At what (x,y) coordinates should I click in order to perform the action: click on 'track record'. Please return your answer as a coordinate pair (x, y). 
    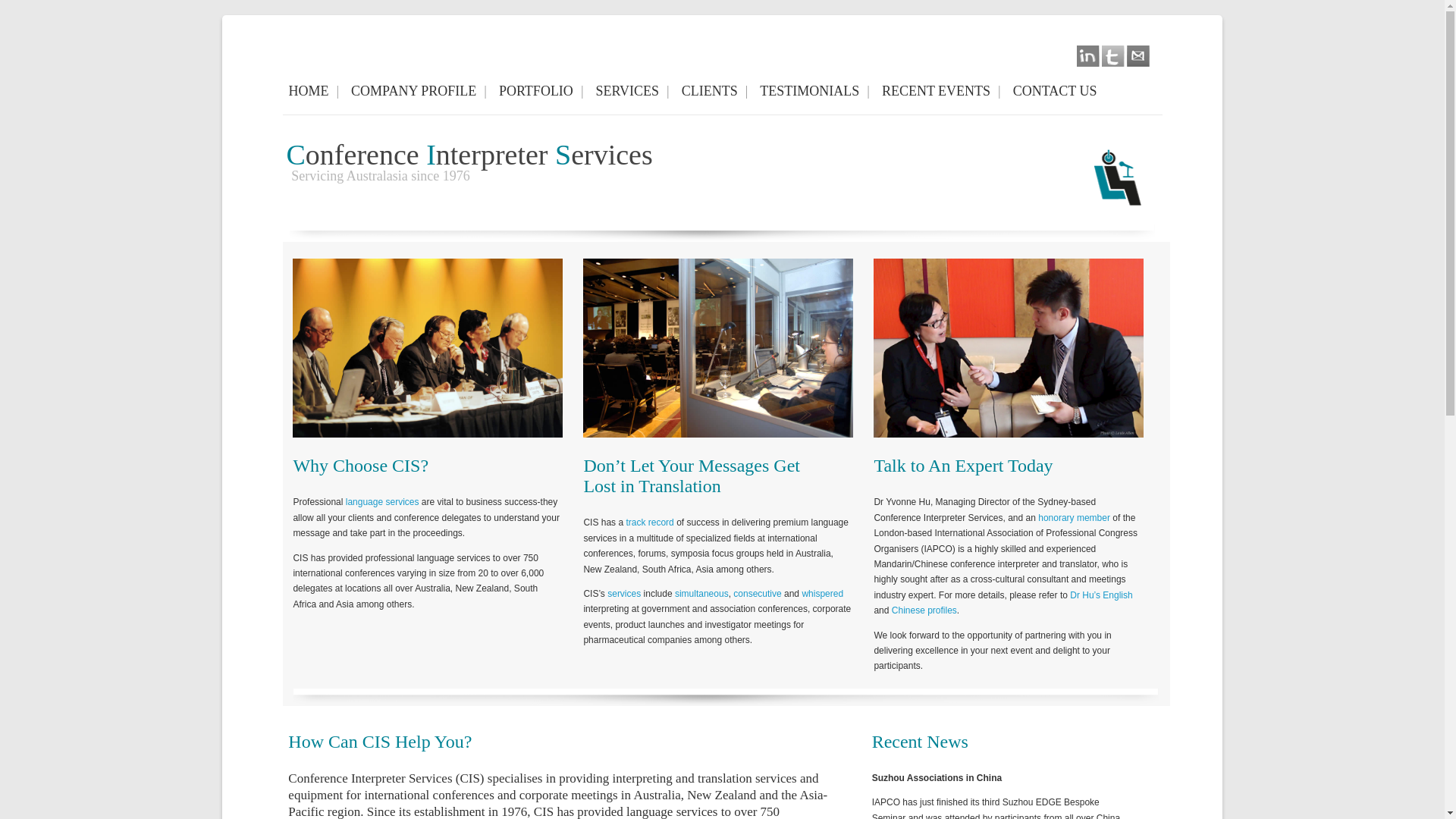
    Looking at the image, I should click on (649, 522).